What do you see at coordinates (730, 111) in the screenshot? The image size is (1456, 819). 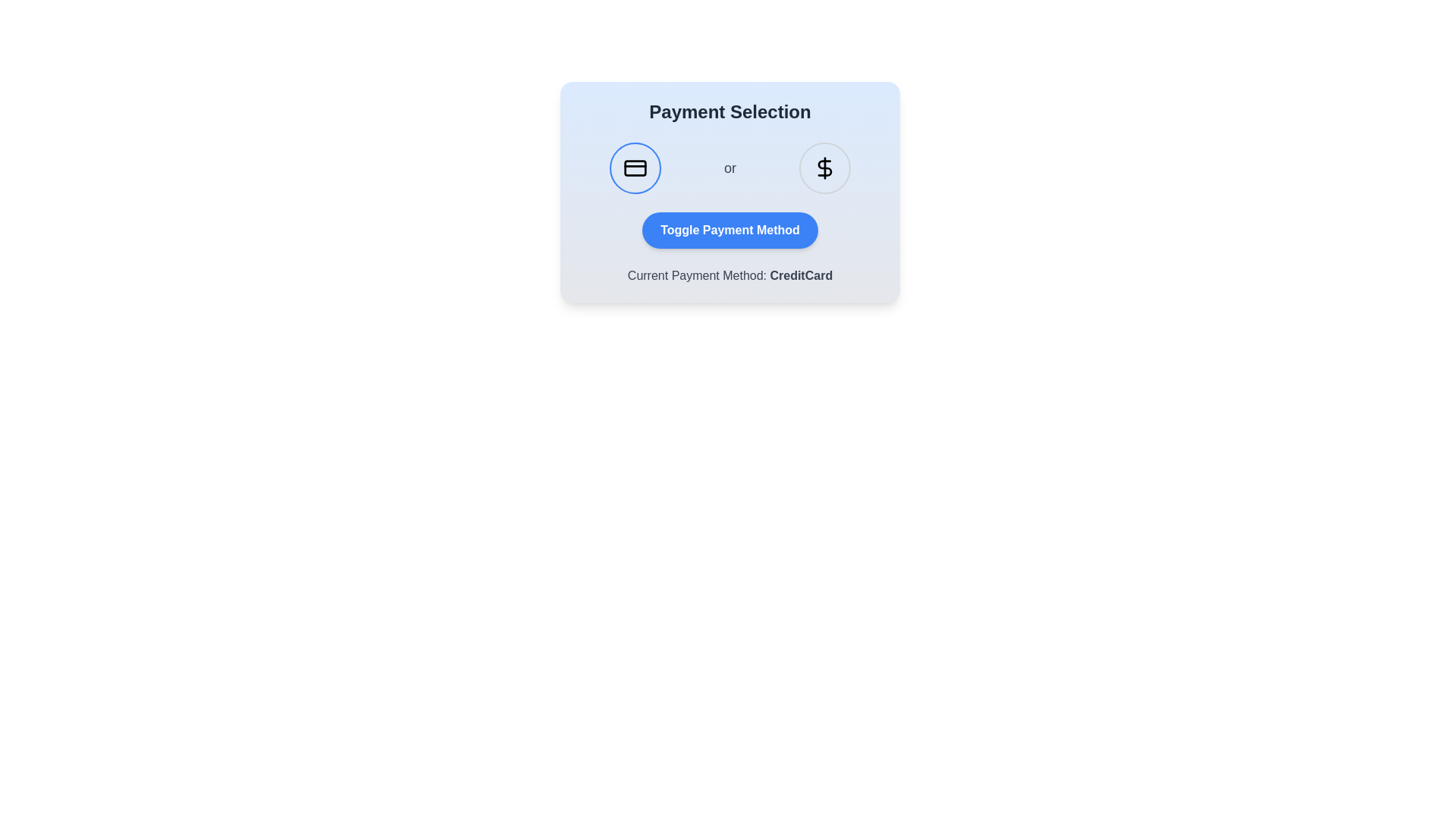 I see `the text label or heading that serves as the title for the section, centrally positioned at the top of the card-like interface layout` at bounding box center [730, 111].